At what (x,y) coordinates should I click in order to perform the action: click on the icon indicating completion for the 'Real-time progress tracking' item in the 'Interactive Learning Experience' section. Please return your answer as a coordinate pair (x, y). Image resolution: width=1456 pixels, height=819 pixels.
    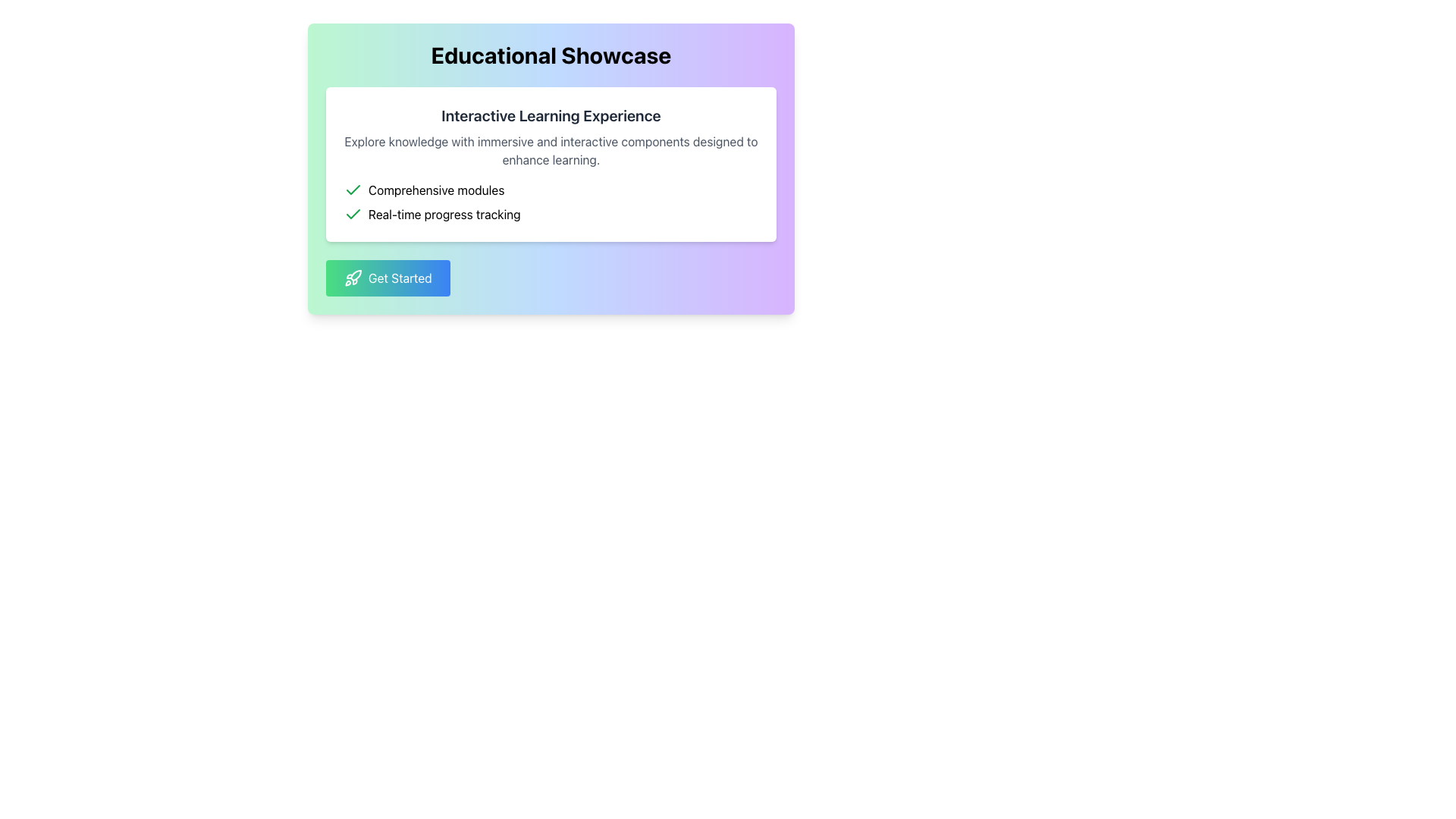
    Looking at the image, I should click on (352, 214).